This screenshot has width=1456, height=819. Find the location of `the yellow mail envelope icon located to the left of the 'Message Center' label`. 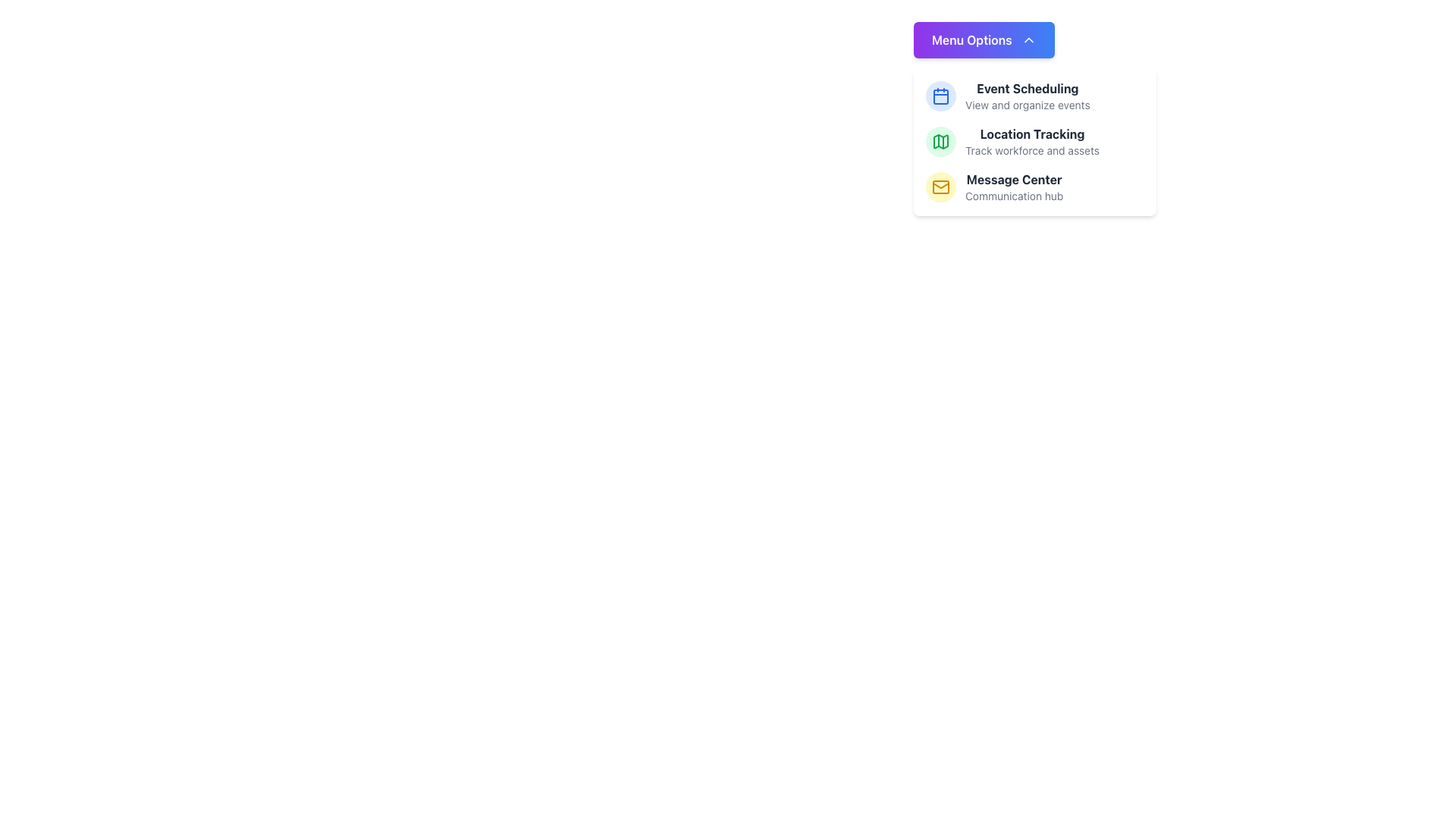

the yellow mail envelope icon located to the left of the 'Message Center' label is located at coordinates (940, 186).